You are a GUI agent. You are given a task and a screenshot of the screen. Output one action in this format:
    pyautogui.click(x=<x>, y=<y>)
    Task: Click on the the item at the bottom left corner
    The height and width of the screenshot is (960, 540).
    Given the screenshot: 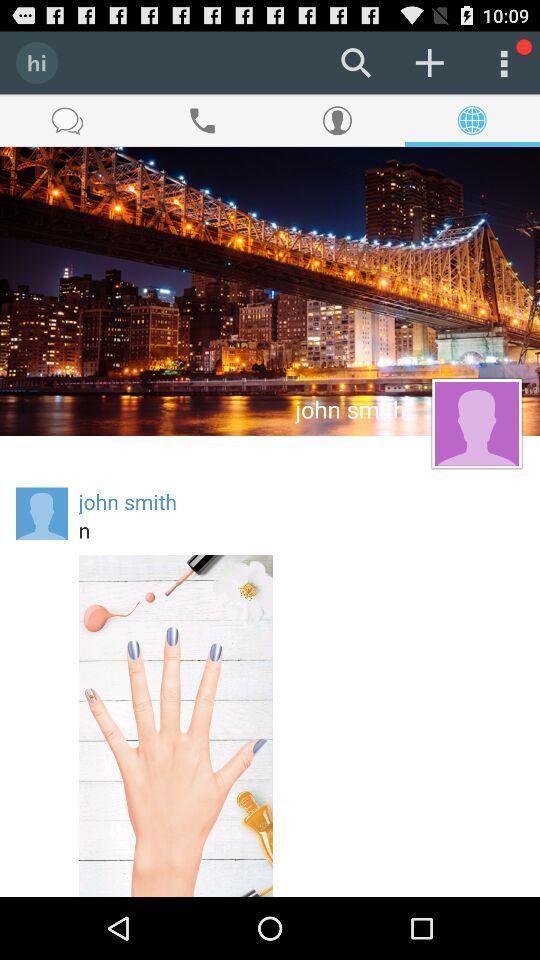 What is the action you would take?
    pyautogui.click(x=175, y=724)
    